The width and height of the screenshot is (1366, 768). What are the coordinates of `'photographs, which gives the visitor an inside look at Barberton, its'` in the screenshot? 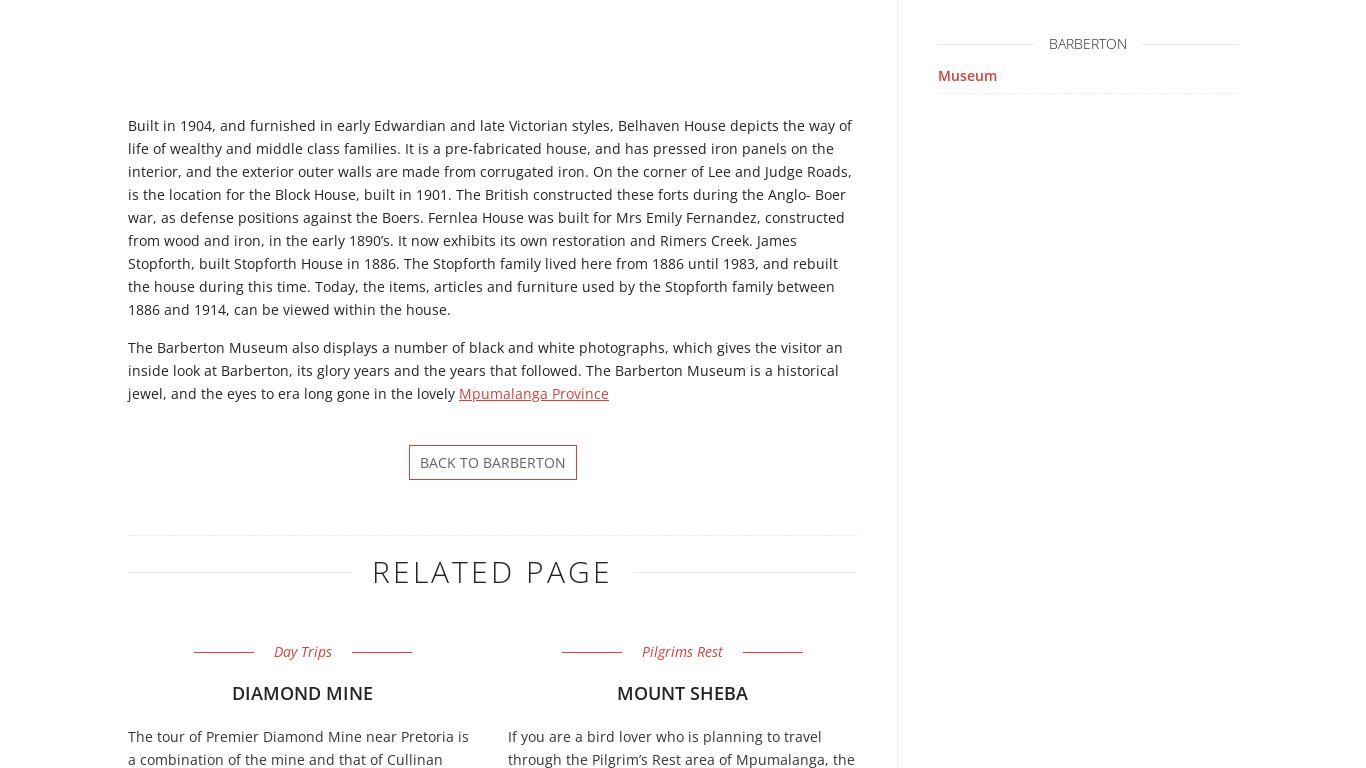 It's located at (485, 358).